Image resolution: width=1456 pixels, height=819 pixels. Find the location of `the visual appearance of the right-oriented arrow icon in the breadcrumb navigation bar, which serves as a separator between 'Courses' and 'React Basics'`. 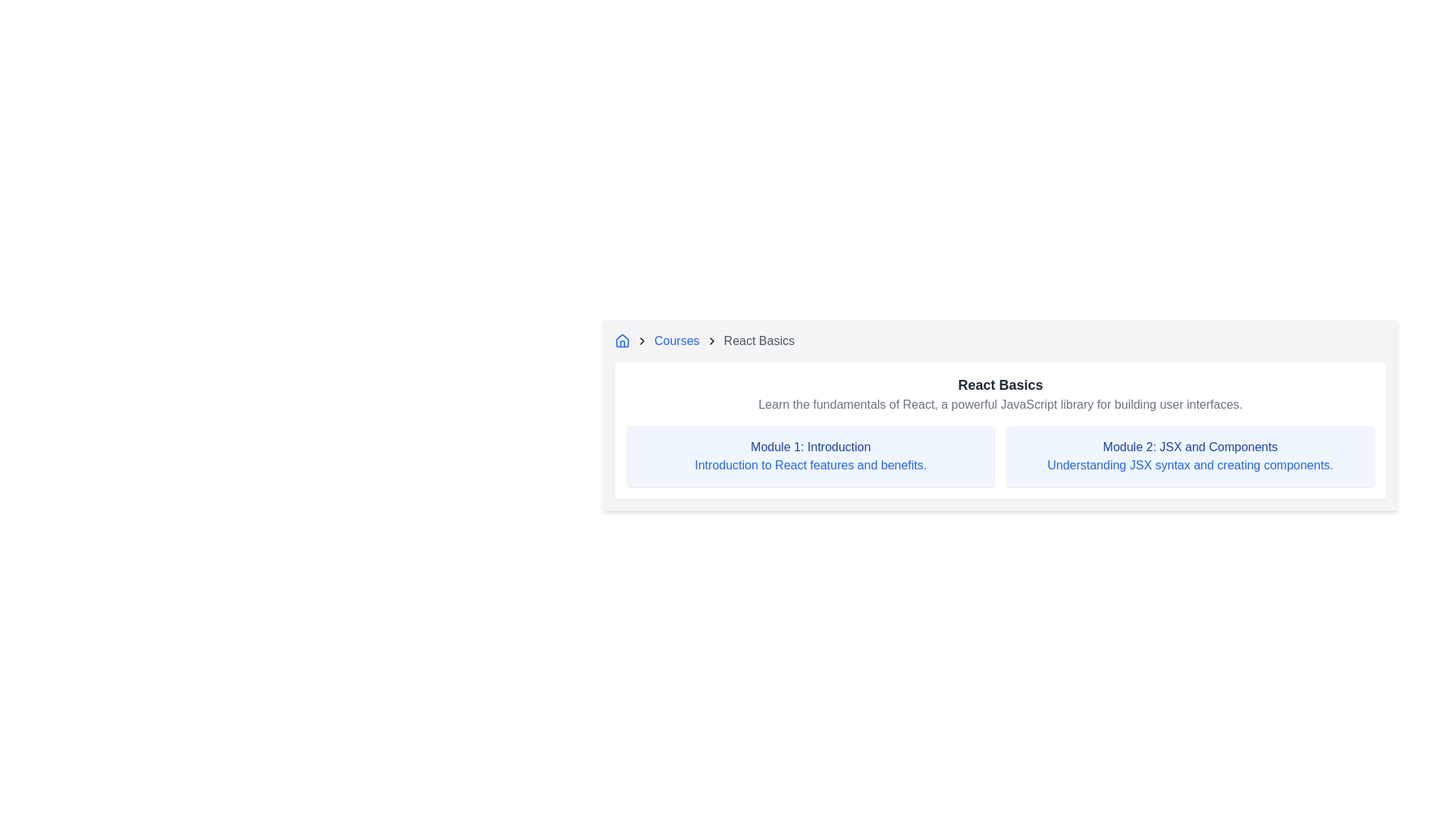

the visual appearance of the right-oriented arrow icon in the breadcrumb navigation bar, which serves as a separator between 'Courses' and 'React Basics' is located at coordinates (711, 341).